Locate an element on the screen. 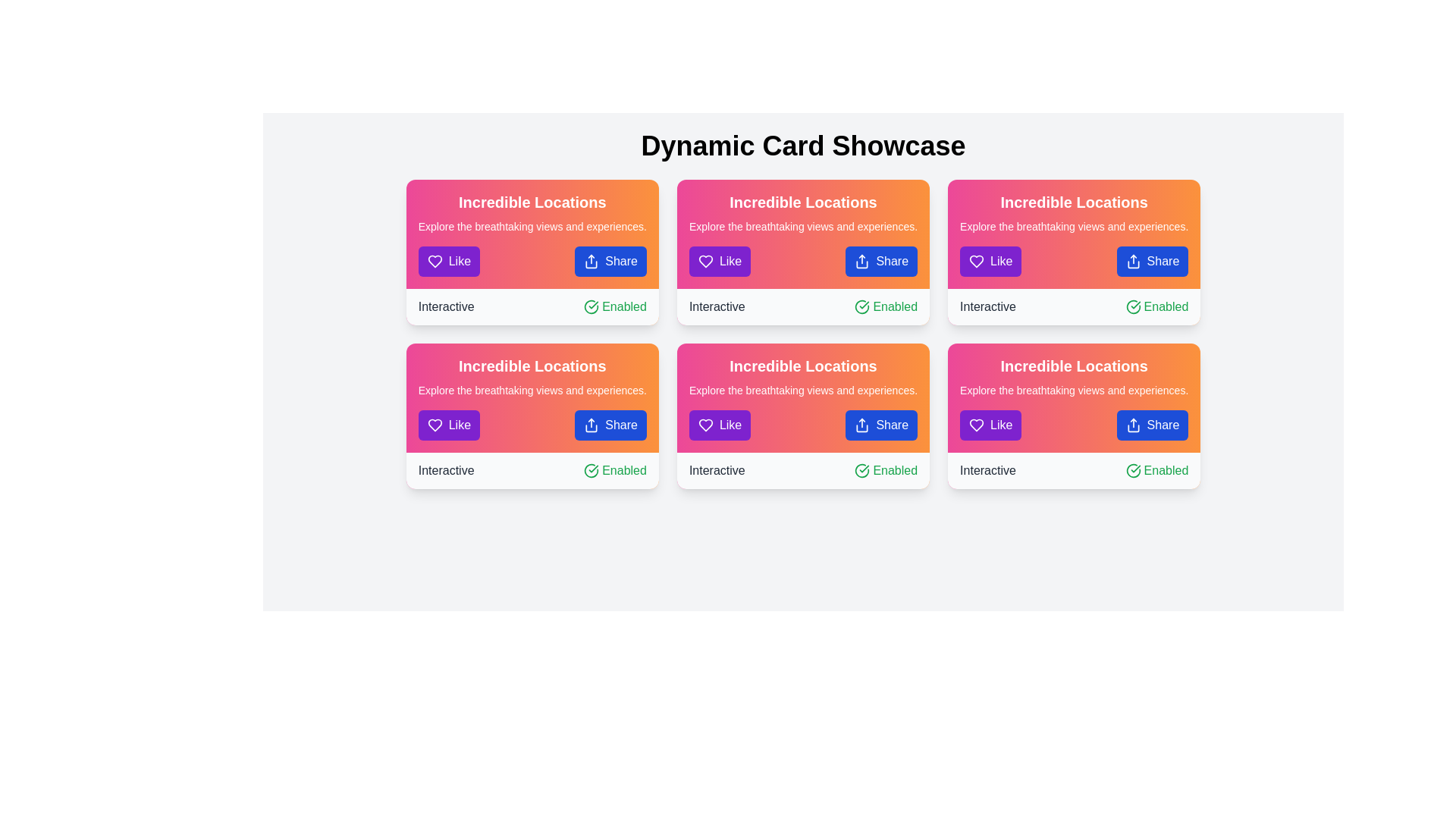 This screenshot has width=1456, height=819. the 'Share' button with a blue background and upward arrow icon located in the second row, first column of the grid layout is located at coordinates (610, 425).